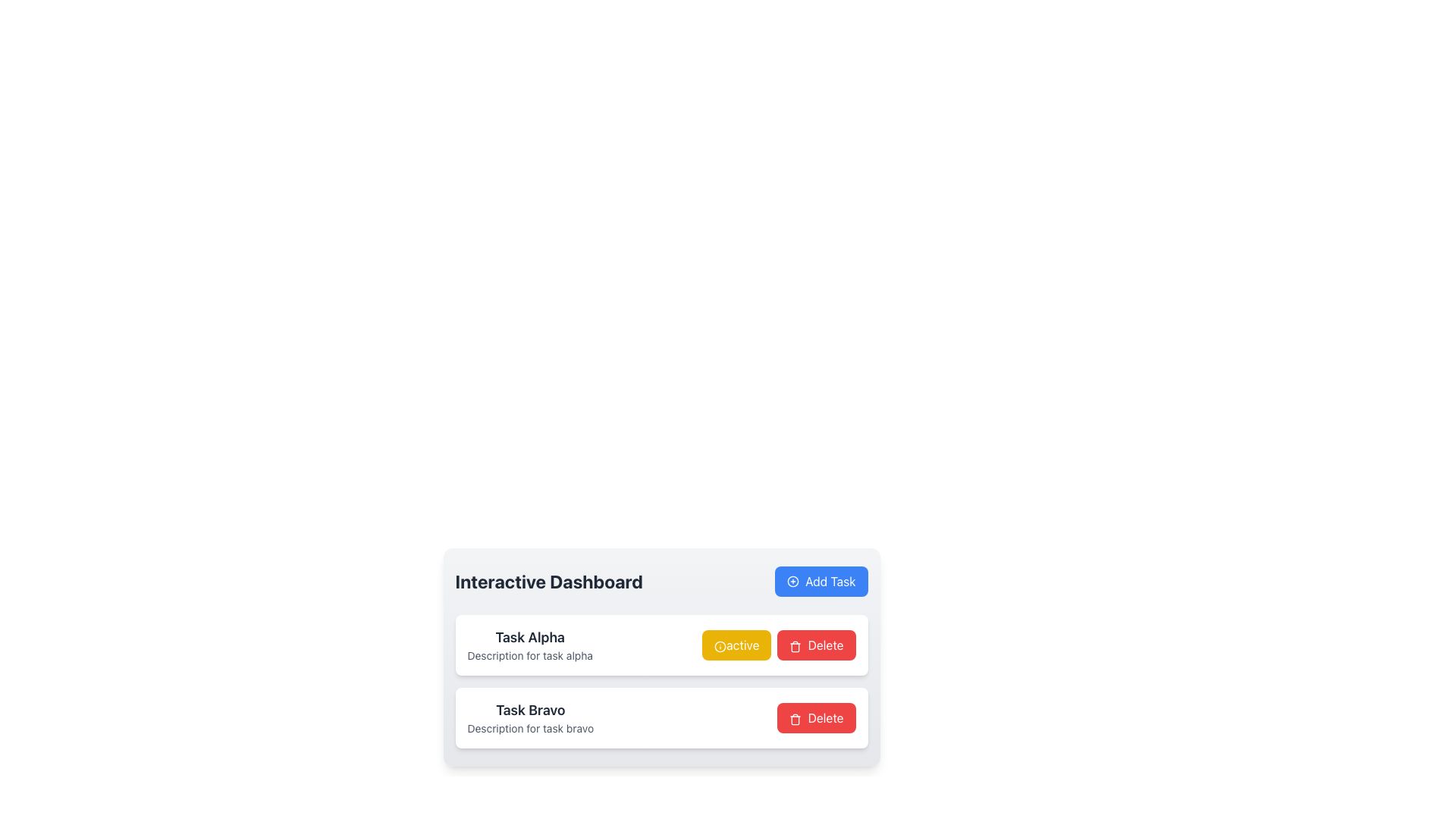 This screenshot has height=819, width=1456. What do you see at coordinates (530, 727) in the screenshot?
I see `the supplementary descriptive text label located at the bottom-left of the 'Task Bravo' section in the 'Interactive Dashboard'` at bounding box center [530, 727].